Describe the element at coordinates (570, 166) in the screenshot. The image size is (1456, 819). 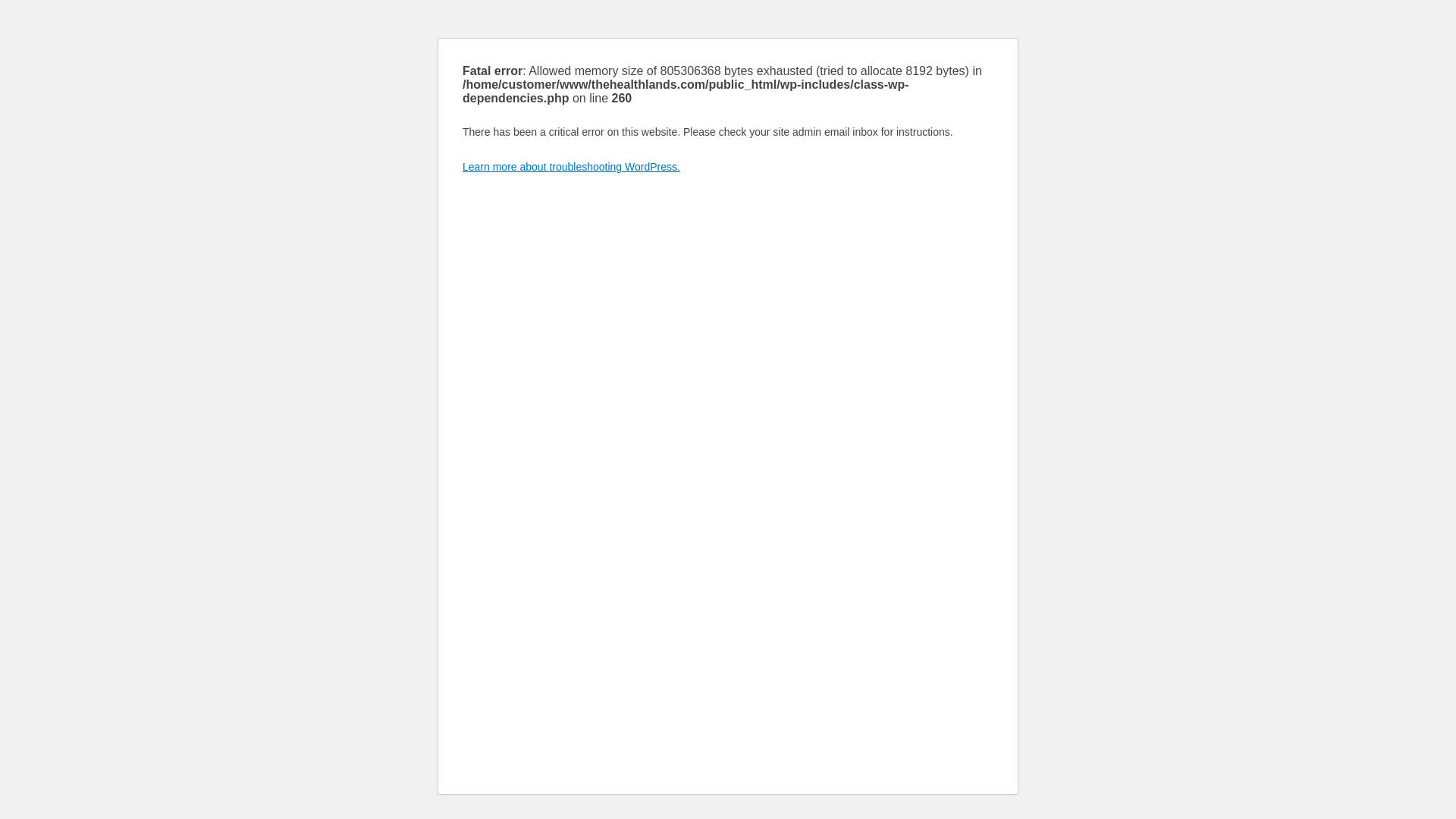
I see `'Learn more about troubleshooting WordPress.'` at that location.